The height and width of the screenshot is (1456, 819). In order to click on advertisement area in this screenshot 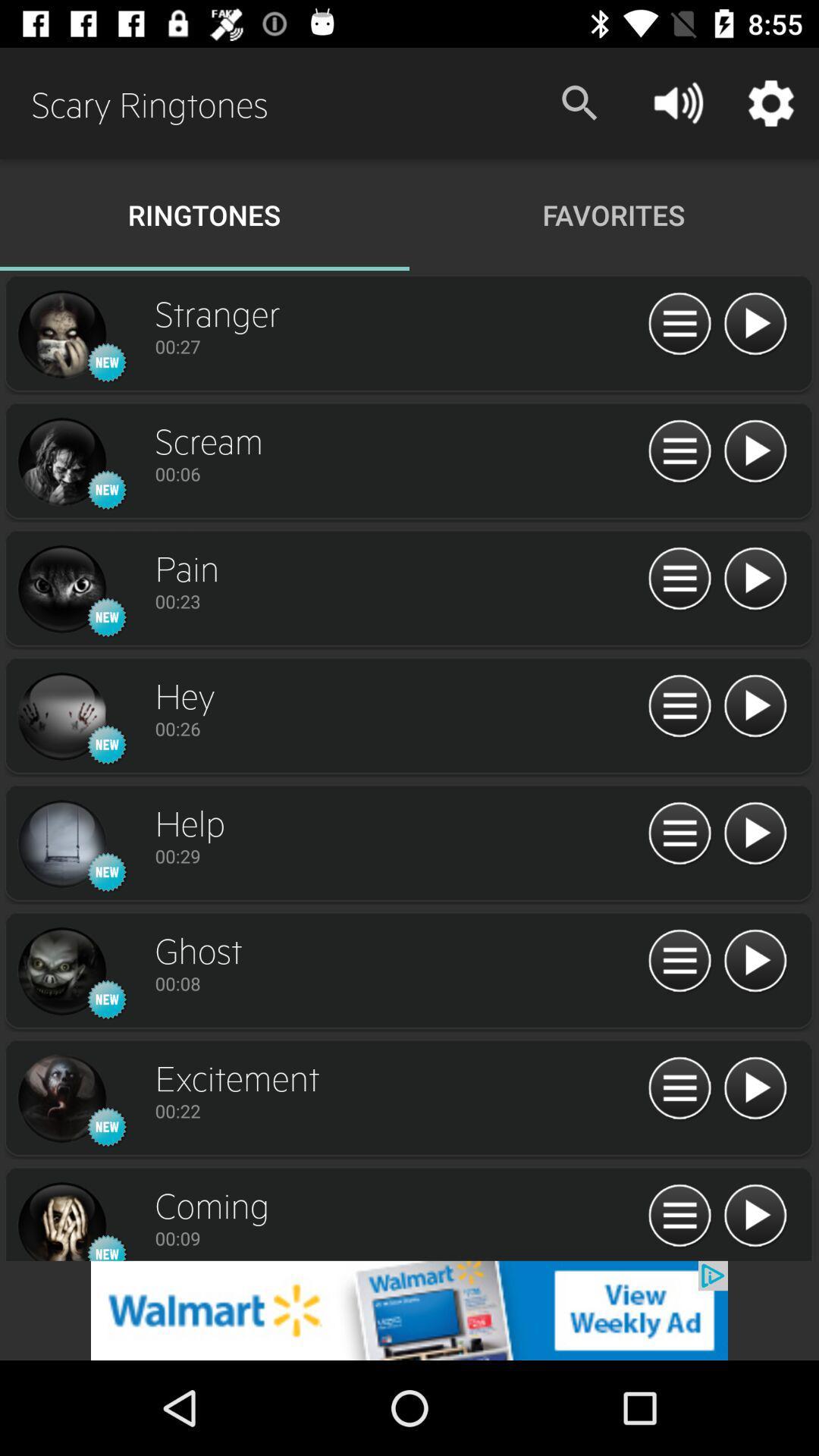, I will do `click(409, 1310)`.